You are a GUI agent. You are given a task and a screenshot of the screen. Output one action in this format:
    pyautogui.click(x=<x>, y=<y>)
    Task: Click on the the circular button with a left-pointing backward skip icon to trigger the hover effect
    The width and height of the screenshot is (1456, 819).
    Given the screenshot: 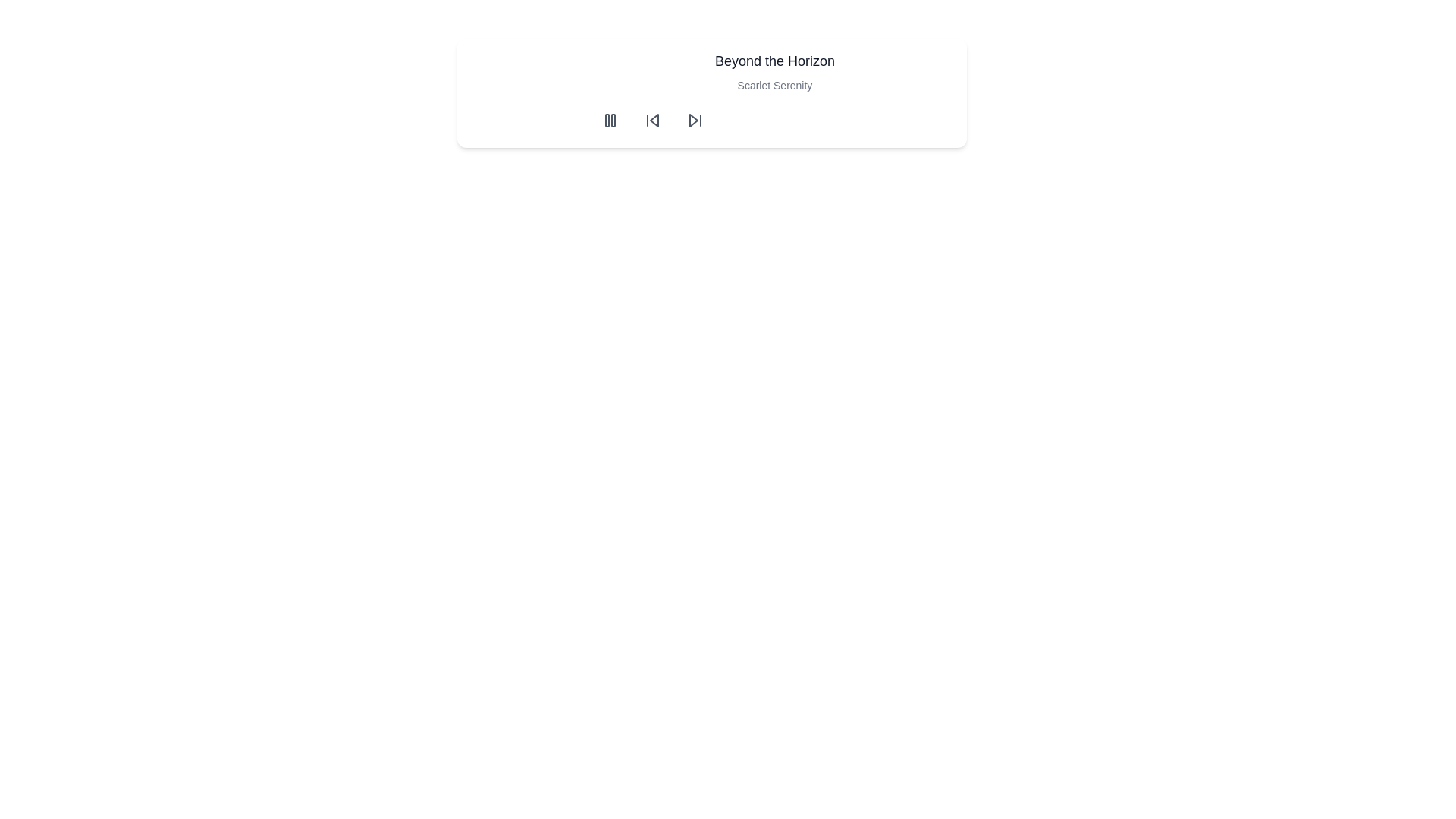 What is the action you would take?
    pyautogui.click(x=652, y=119)
    